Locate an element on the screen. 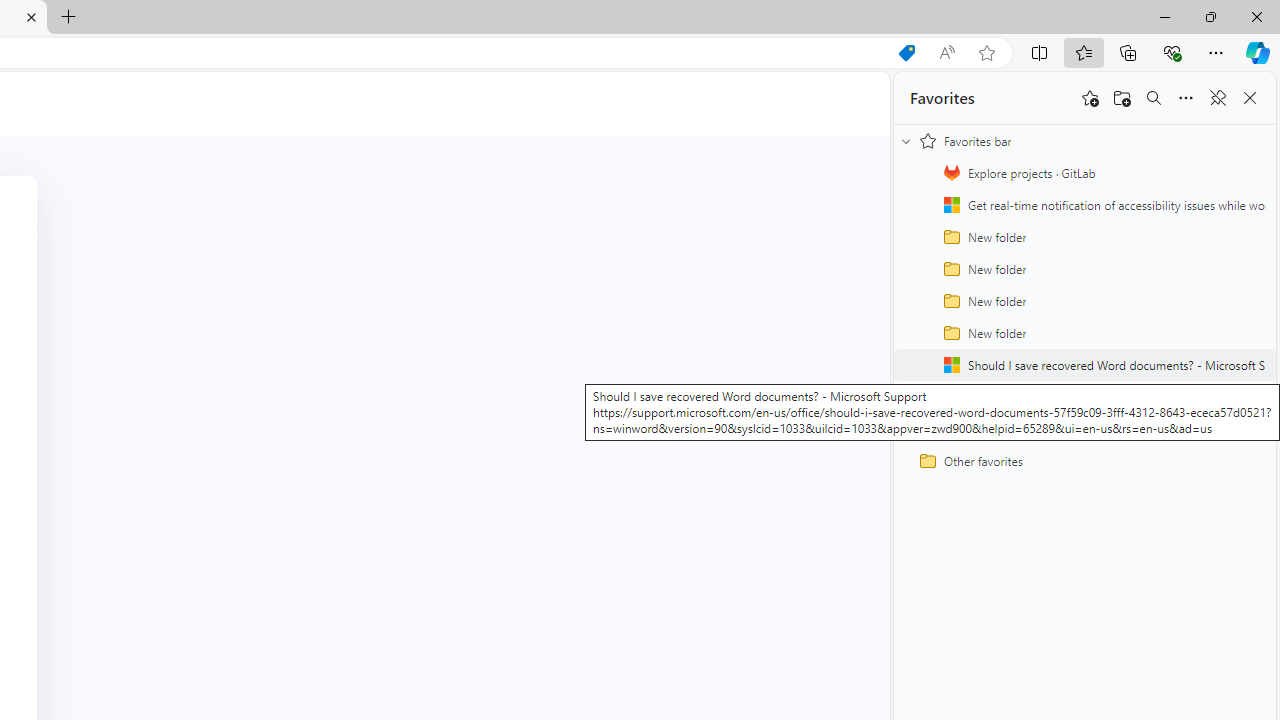 The image size is (1280, 720). 'Search favorites' is located at coordinates (1153, 98).